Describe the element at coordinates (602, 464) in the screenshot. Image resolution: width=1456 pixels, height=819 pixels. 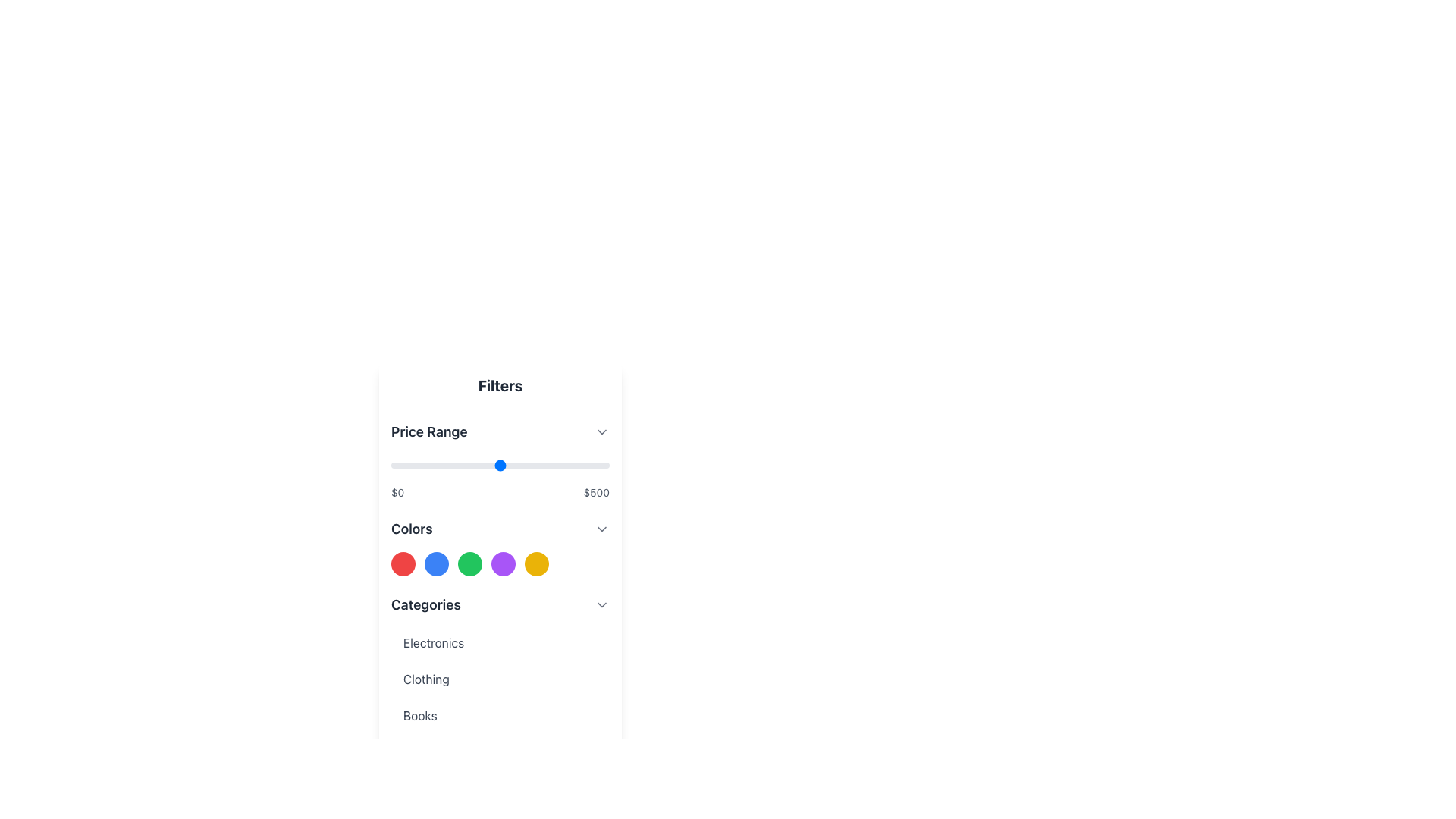
I see `the price range slider` at that location.